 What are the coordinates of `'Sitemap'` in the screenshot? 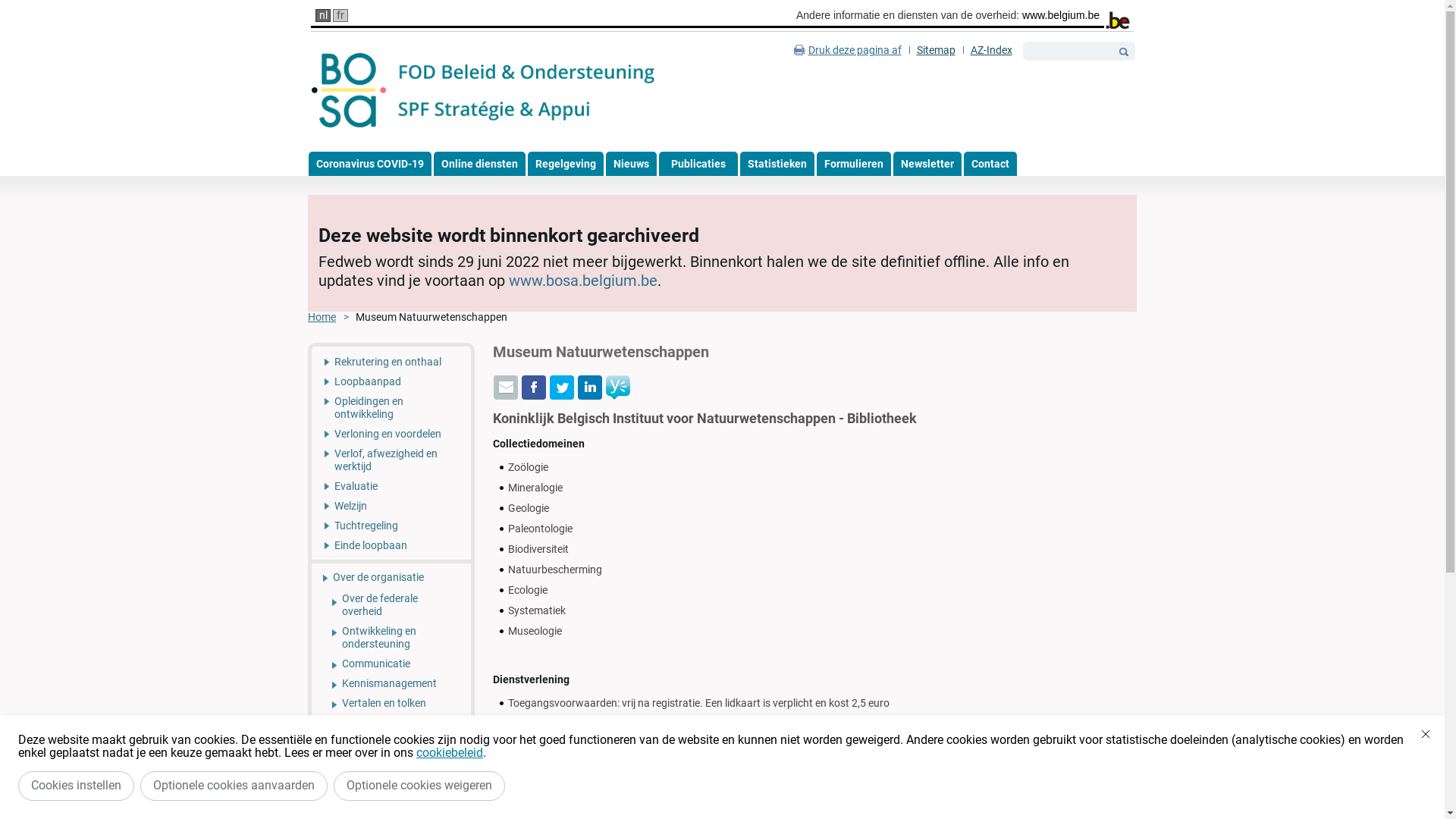 It's located at (908, 49).